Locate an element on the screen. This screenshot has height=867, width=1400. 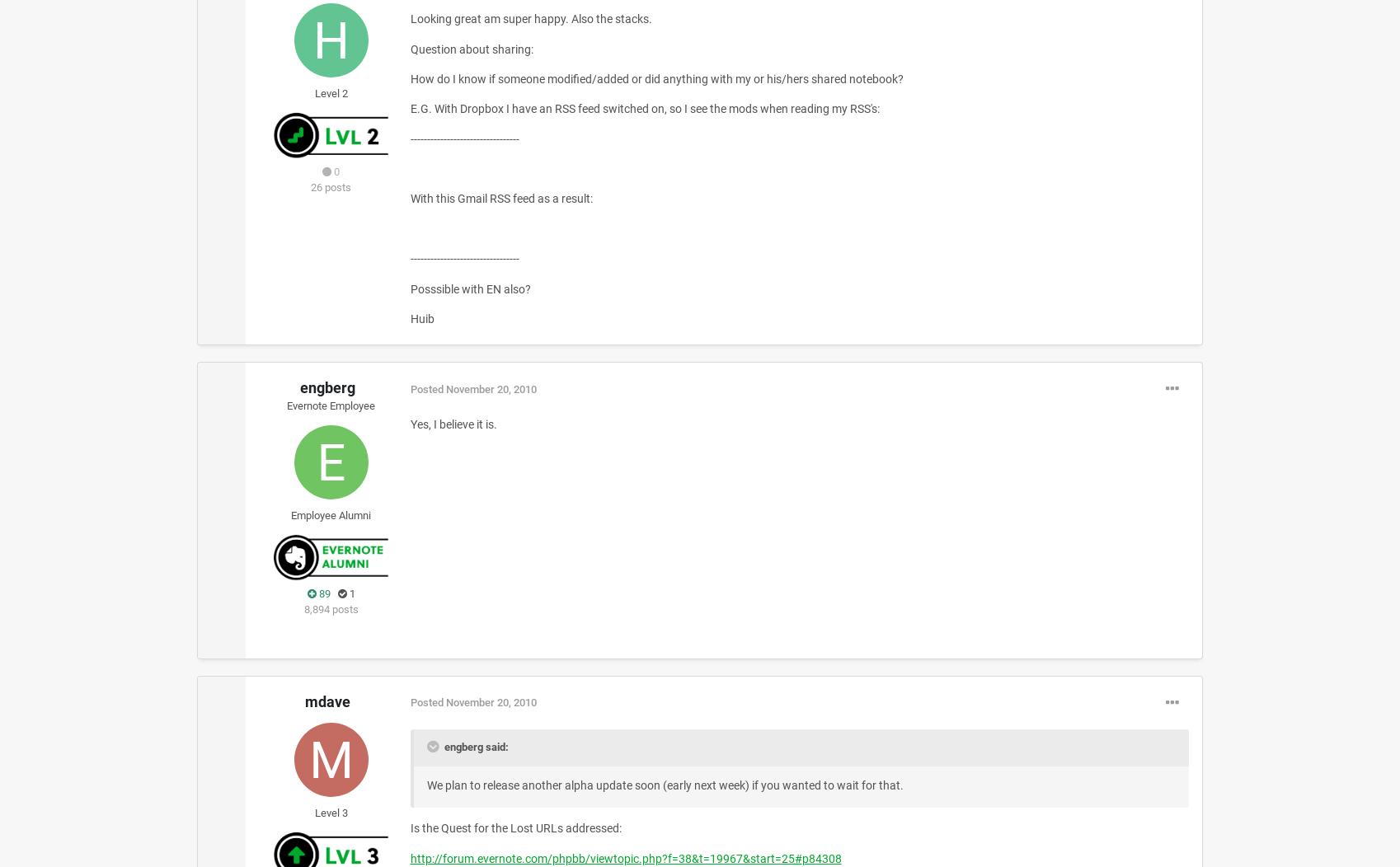
'8,894 posts' is located at coordinates (331, 609).